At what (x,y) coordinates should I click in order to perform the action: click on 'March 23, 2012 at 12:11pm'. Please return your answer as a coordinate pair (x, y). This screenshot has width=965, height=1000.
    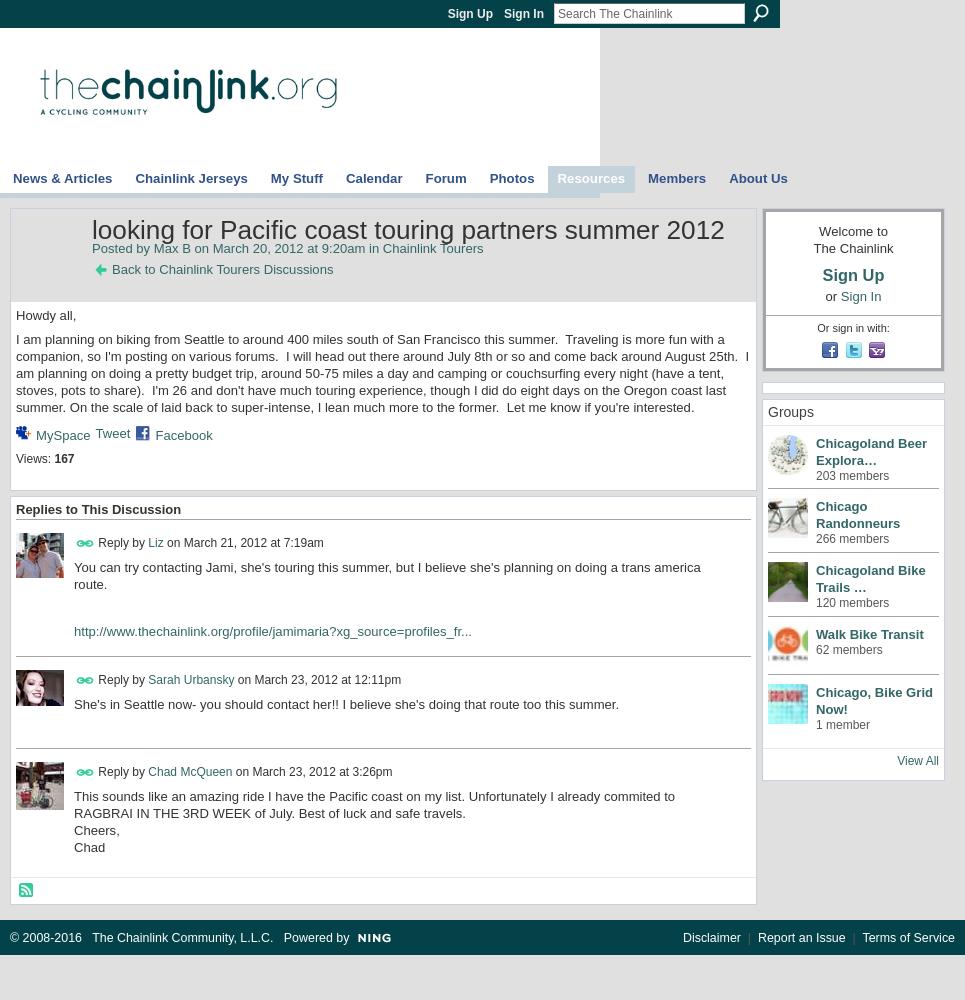
    Looking at the image, I should click on (326, 679).